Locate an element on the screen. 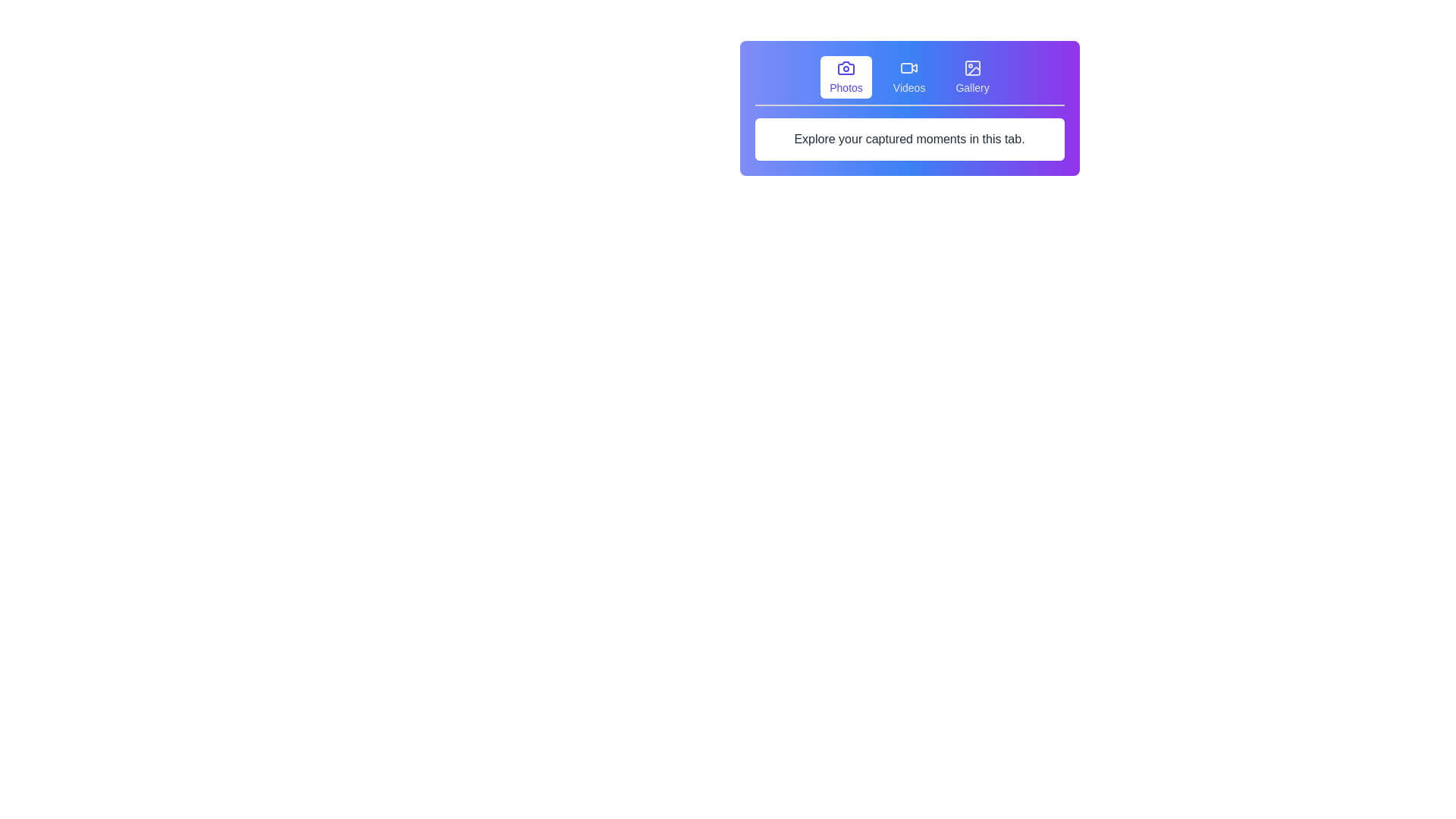  text label that indicates the 'Photos' section, positioned below a camera icon and to the left of similar labels for 'Videos' and 'Gallery' is located at coordinates (846, 87).